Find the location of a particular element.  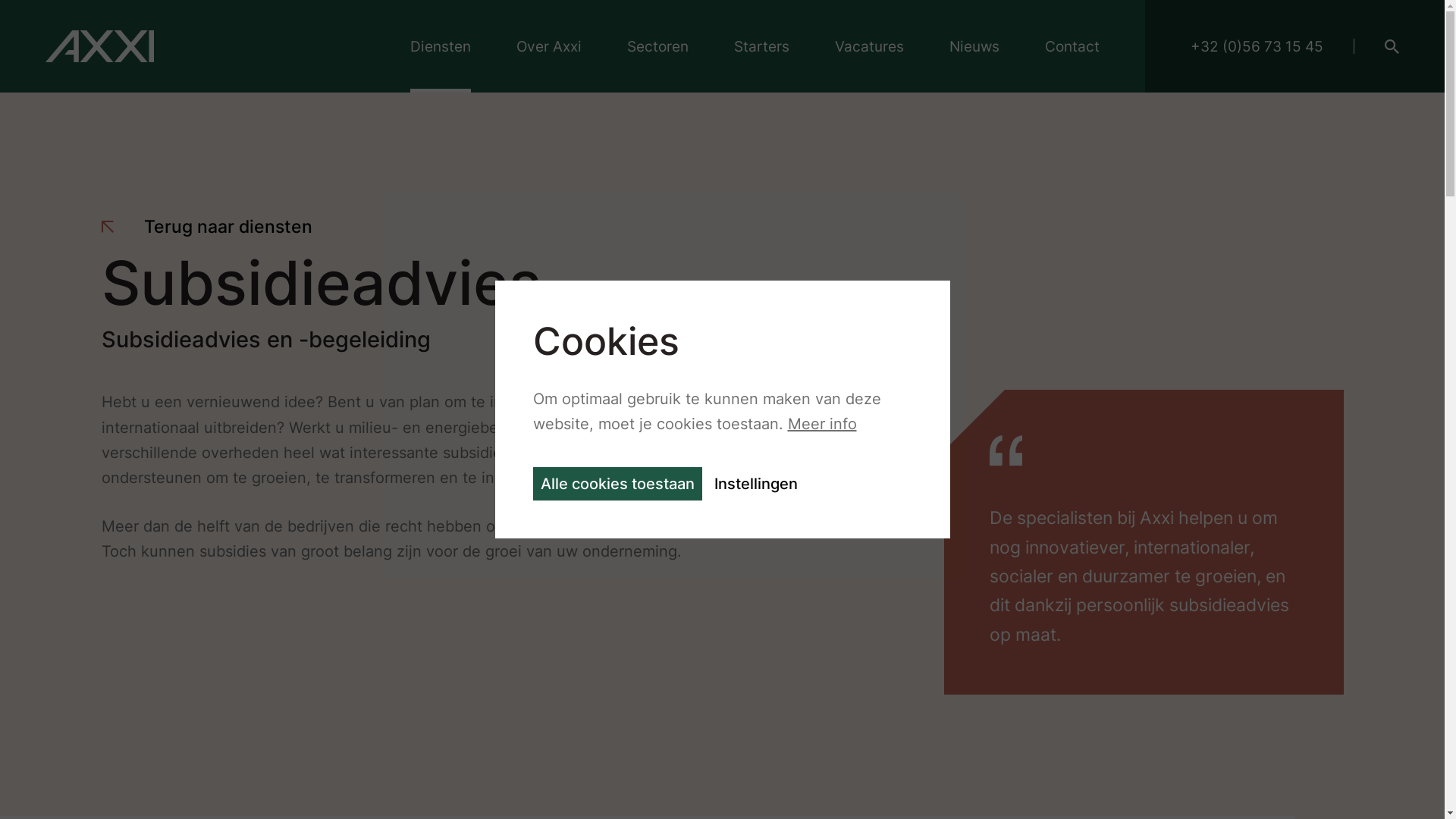

'Terug naar diensten' is located at coordinates (206, 227).